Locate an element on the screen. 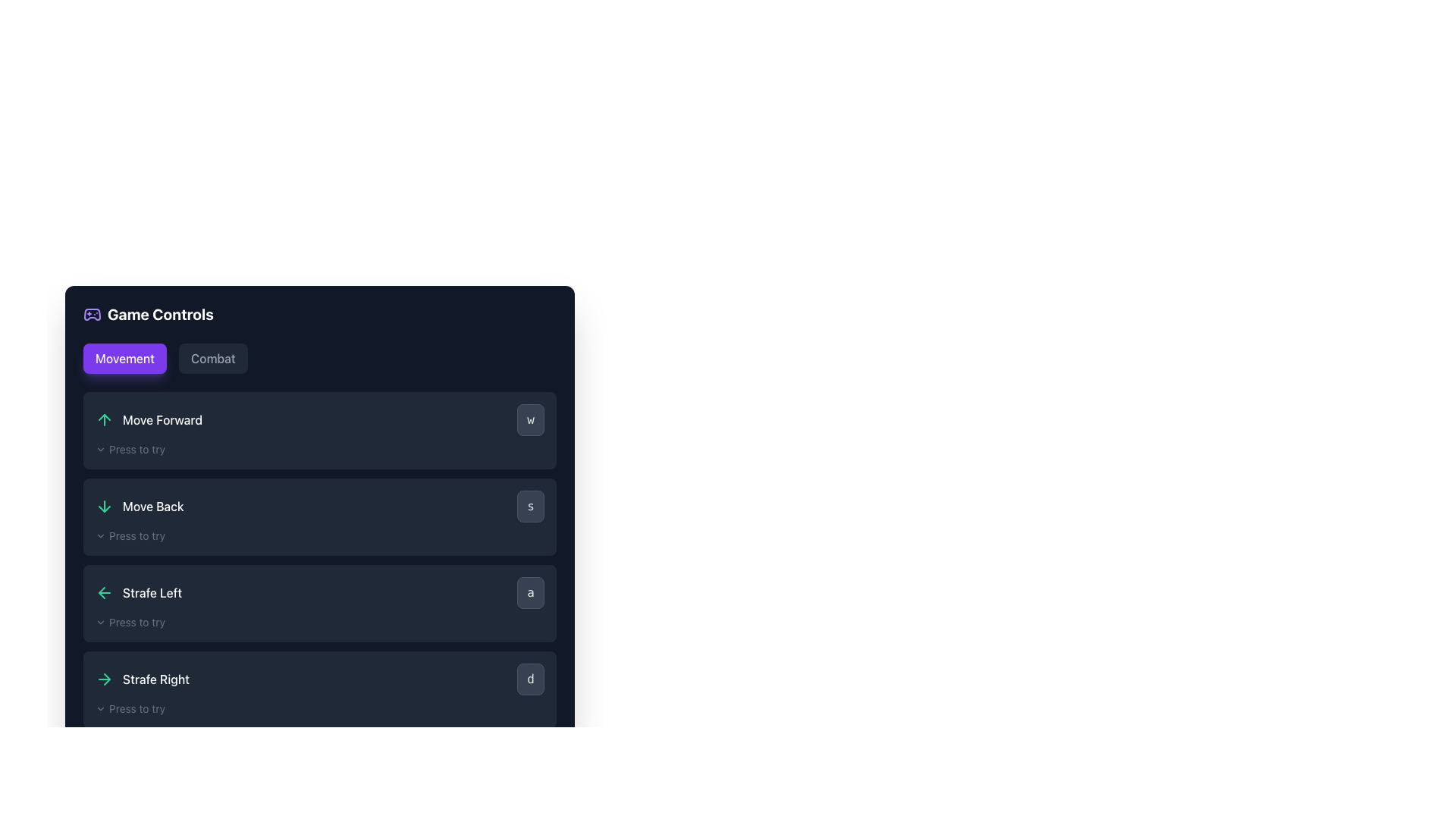 The image size is (1456, 819). the 'Move Back' text label, which is the second item in the 'Game Controls' list under the 'Movement' section and is styled with a white font on a dark background is located at coordinates (153, 506).